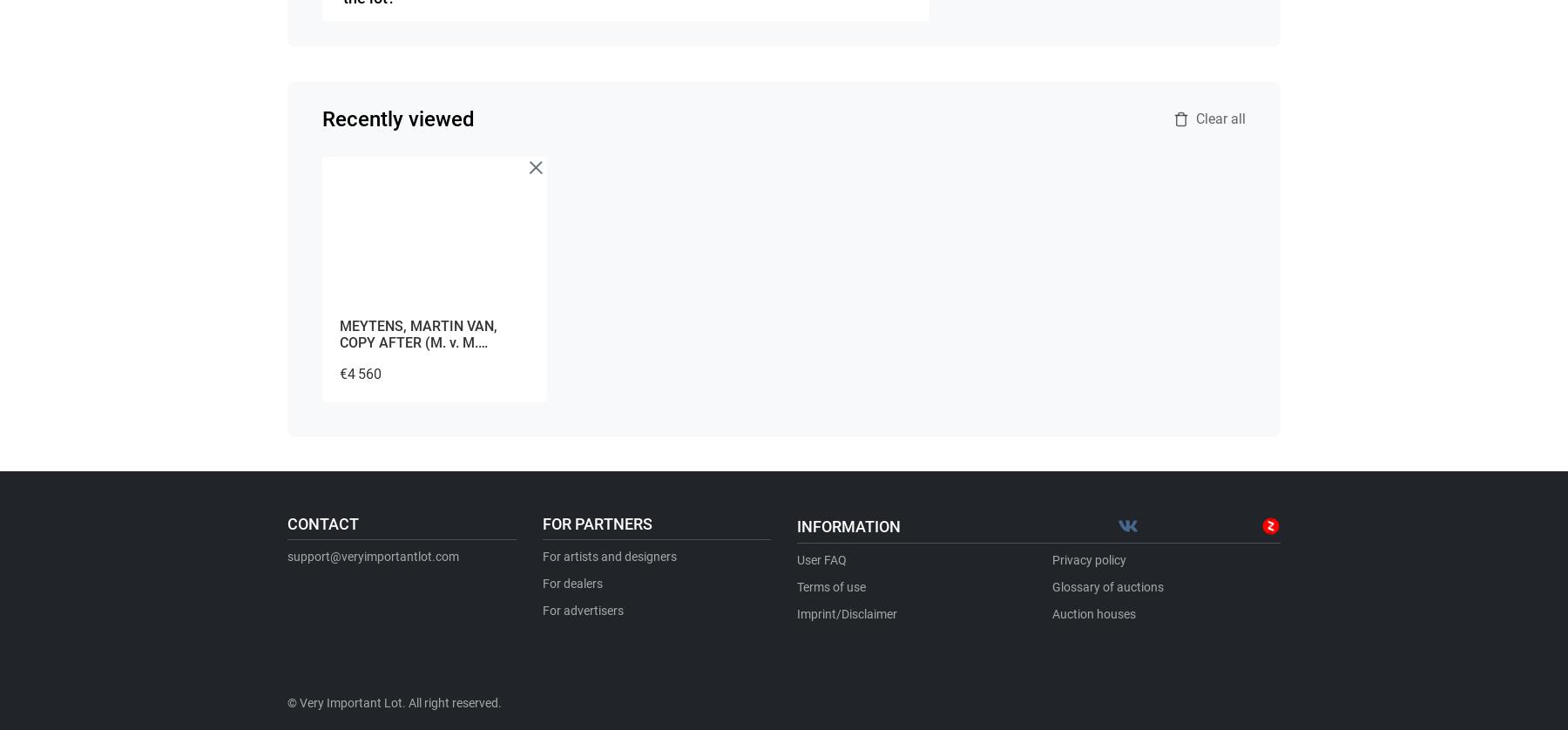  I want to click on 'For advertisers', so click(542, 608).